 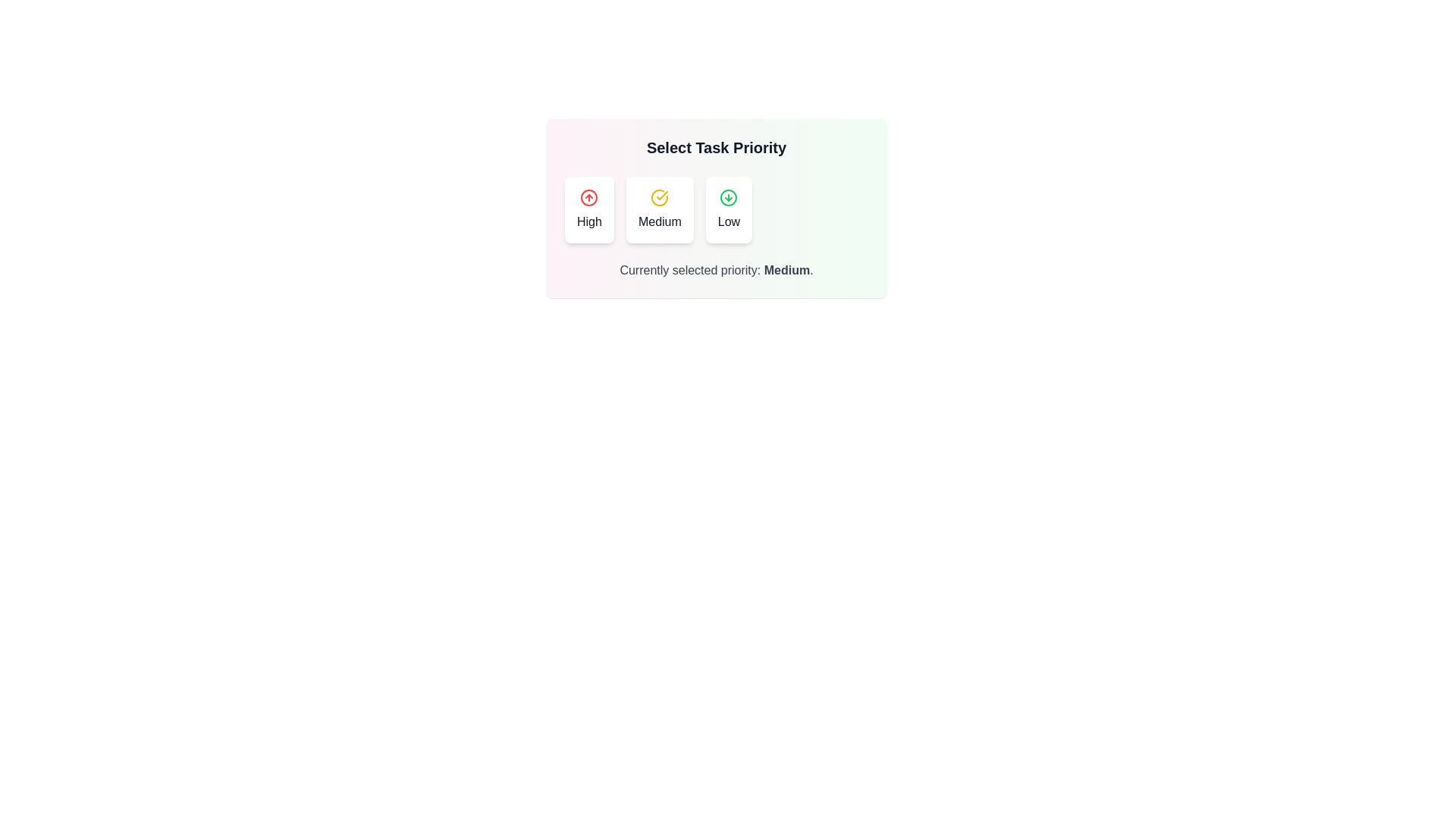 I want to click on the priority option labeled High to observe its hover effect, so click(x=588, y=210).